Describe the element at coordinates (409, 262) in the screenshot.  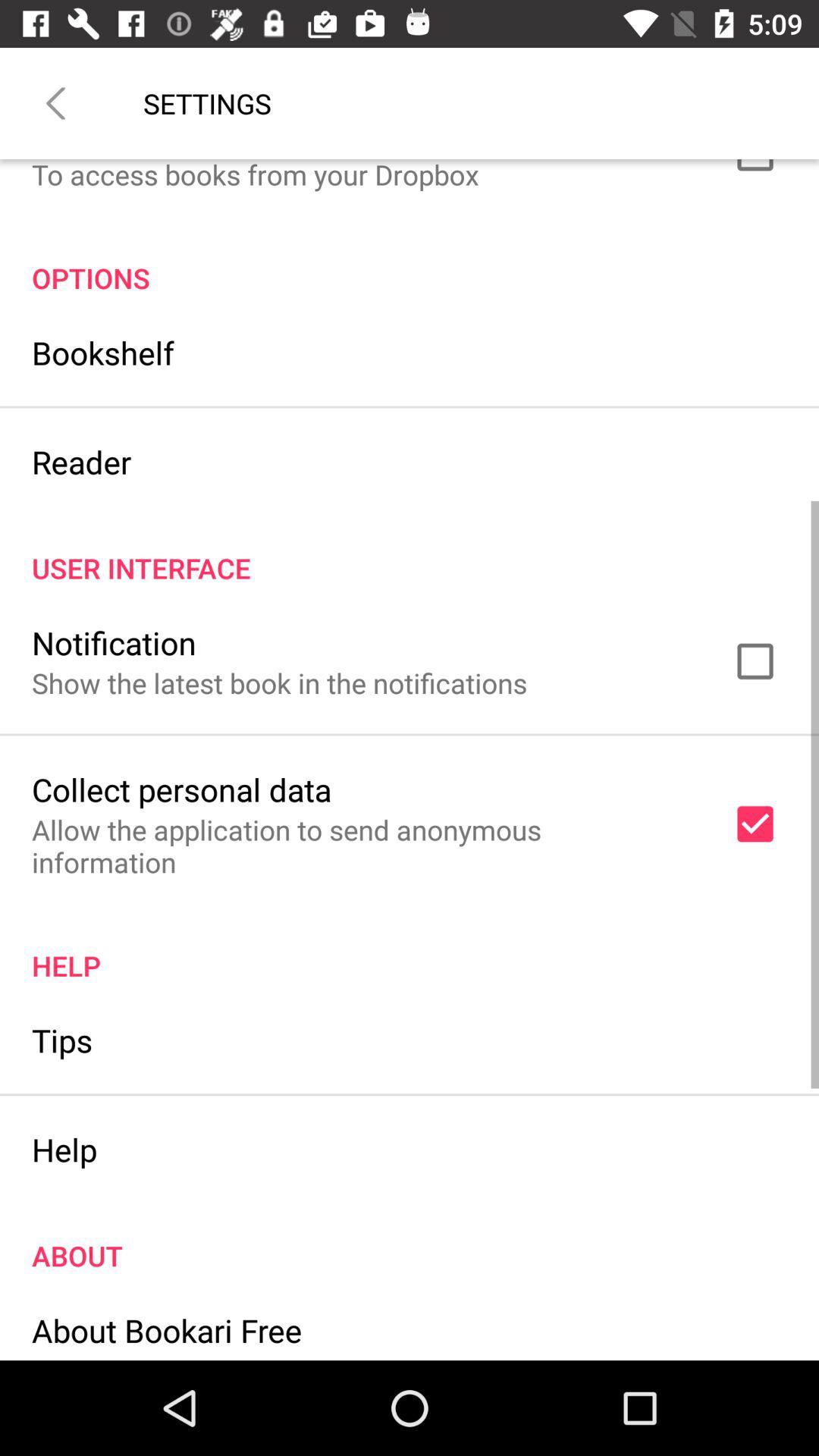
I see `the icon above bookshelf item` at that location.